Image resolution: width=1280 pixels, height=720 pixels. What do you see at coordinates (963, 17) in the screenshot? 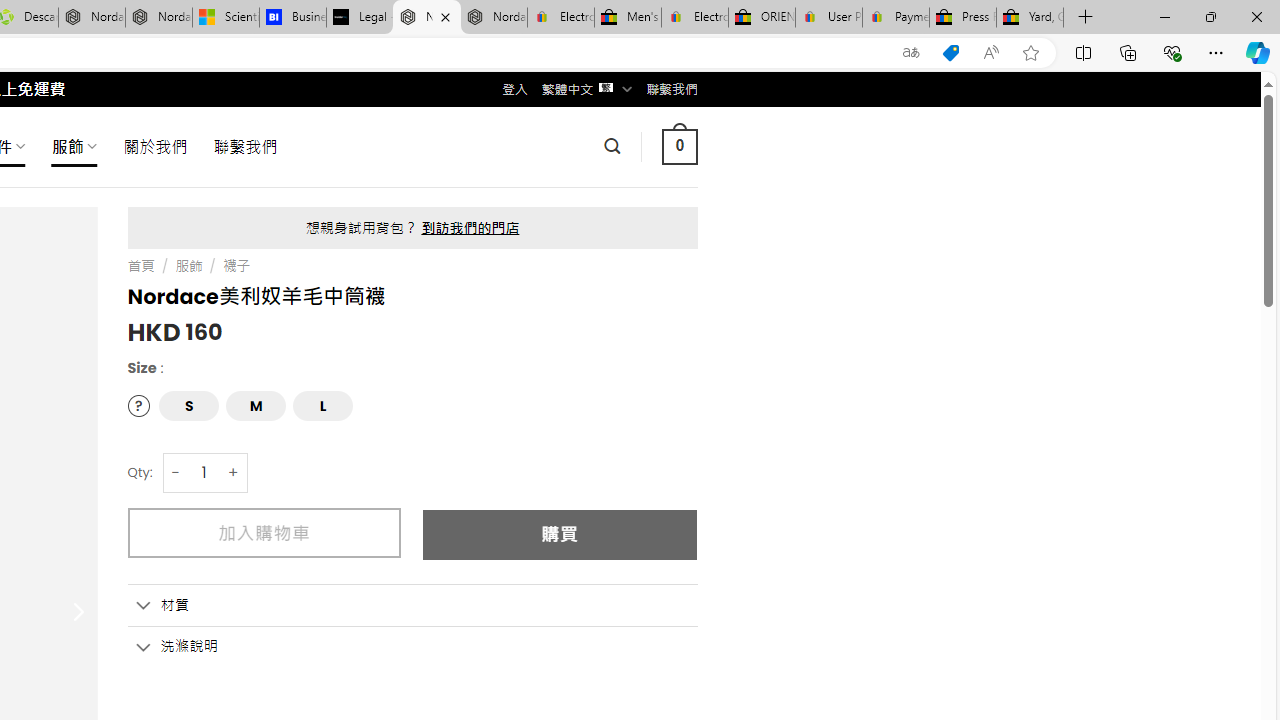
I see `'Press Room - eBay Inc.'` at bounding box center [963, 17].